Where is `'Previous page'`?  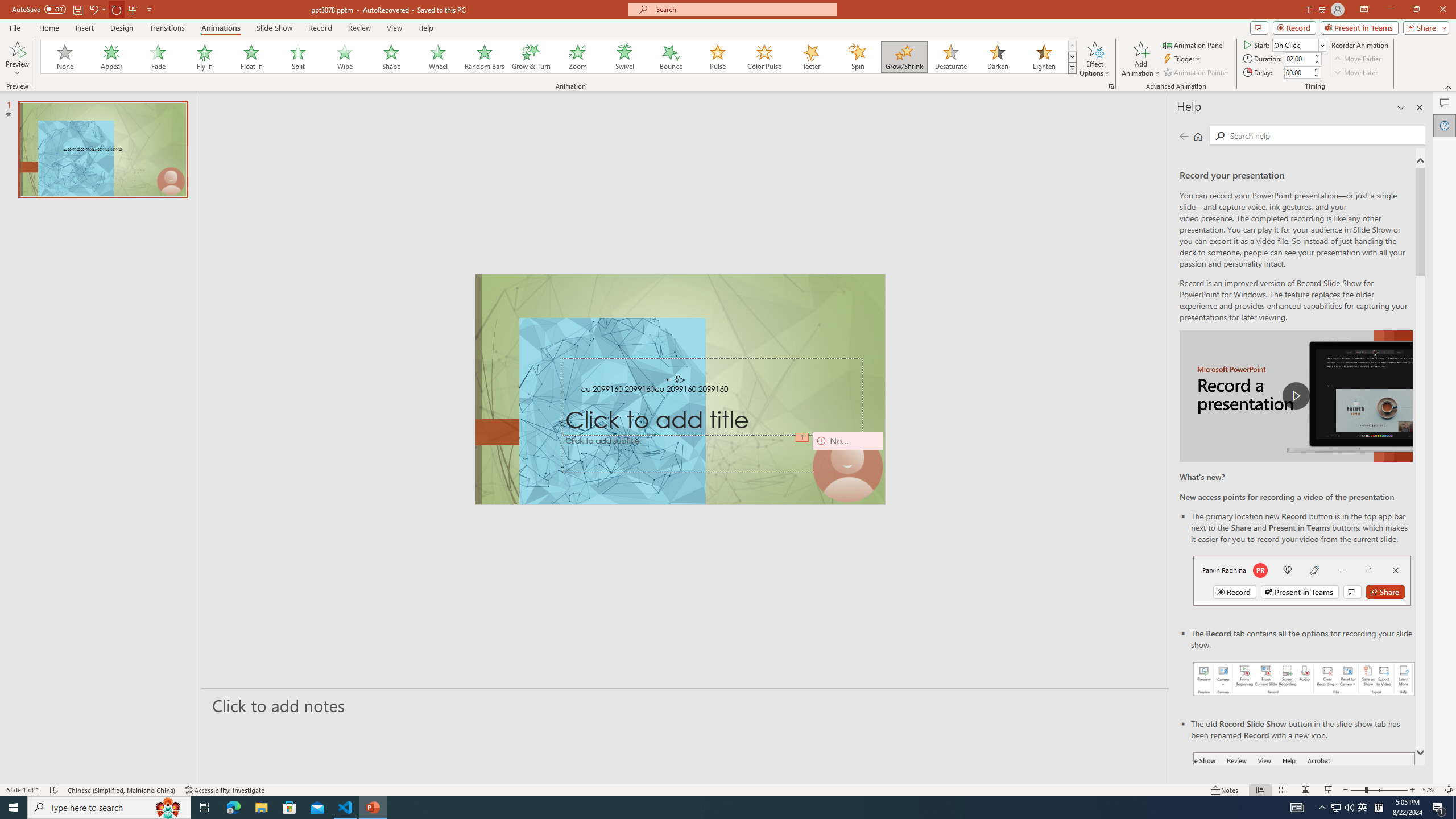
'Previous page' is located at coordinates (1183, 135).